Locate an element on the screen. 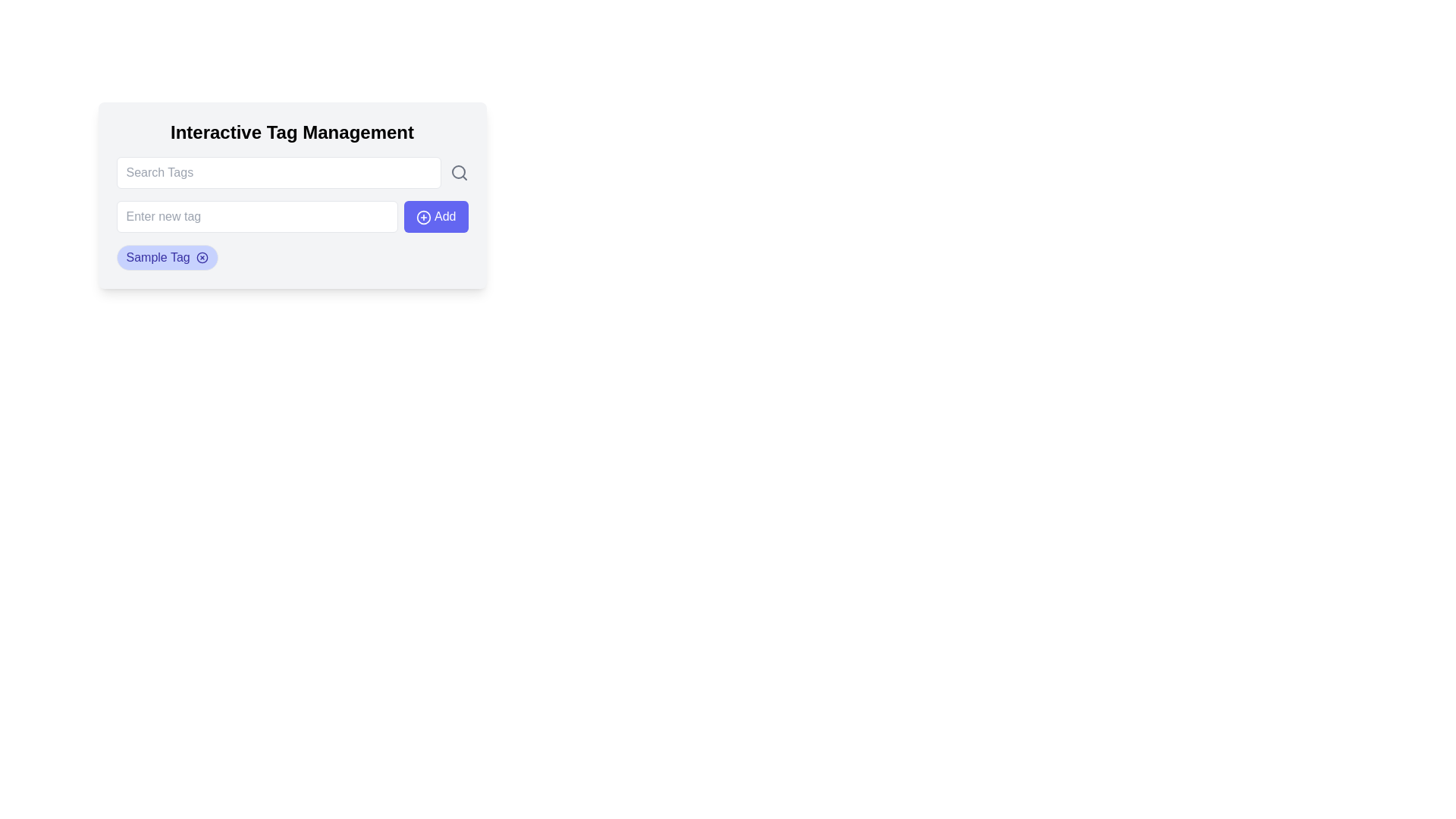  the 'Add' button represented by a plus icon in the SVG component located to the right of the 'Enter new tag' input field is located at coordinates (424, 217).